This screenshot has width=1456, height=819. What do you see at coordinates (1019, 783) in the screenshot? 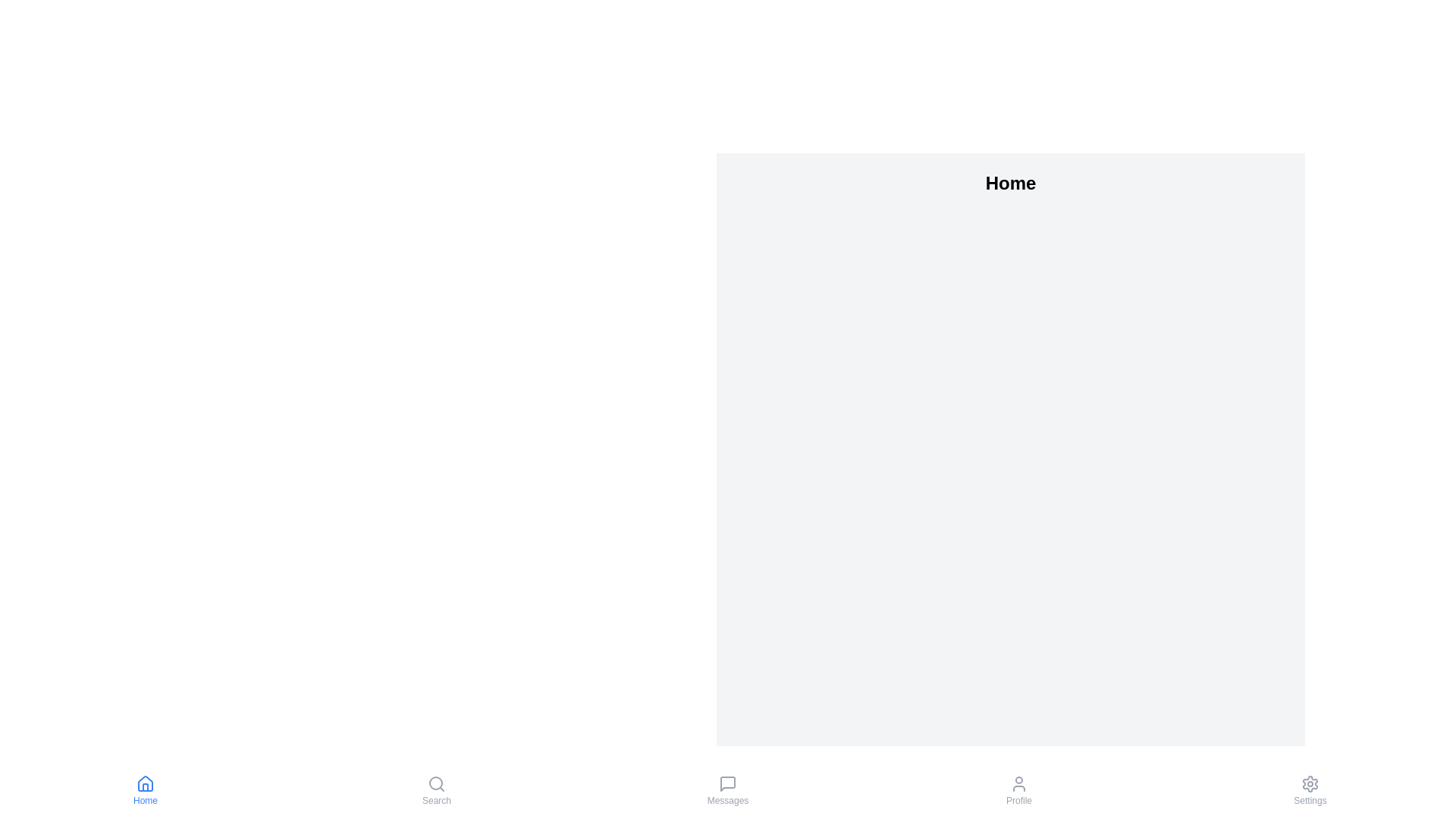
I see `the profile icon located in the center position of the bottom navigation bar` at bounding box center [1019, 783].